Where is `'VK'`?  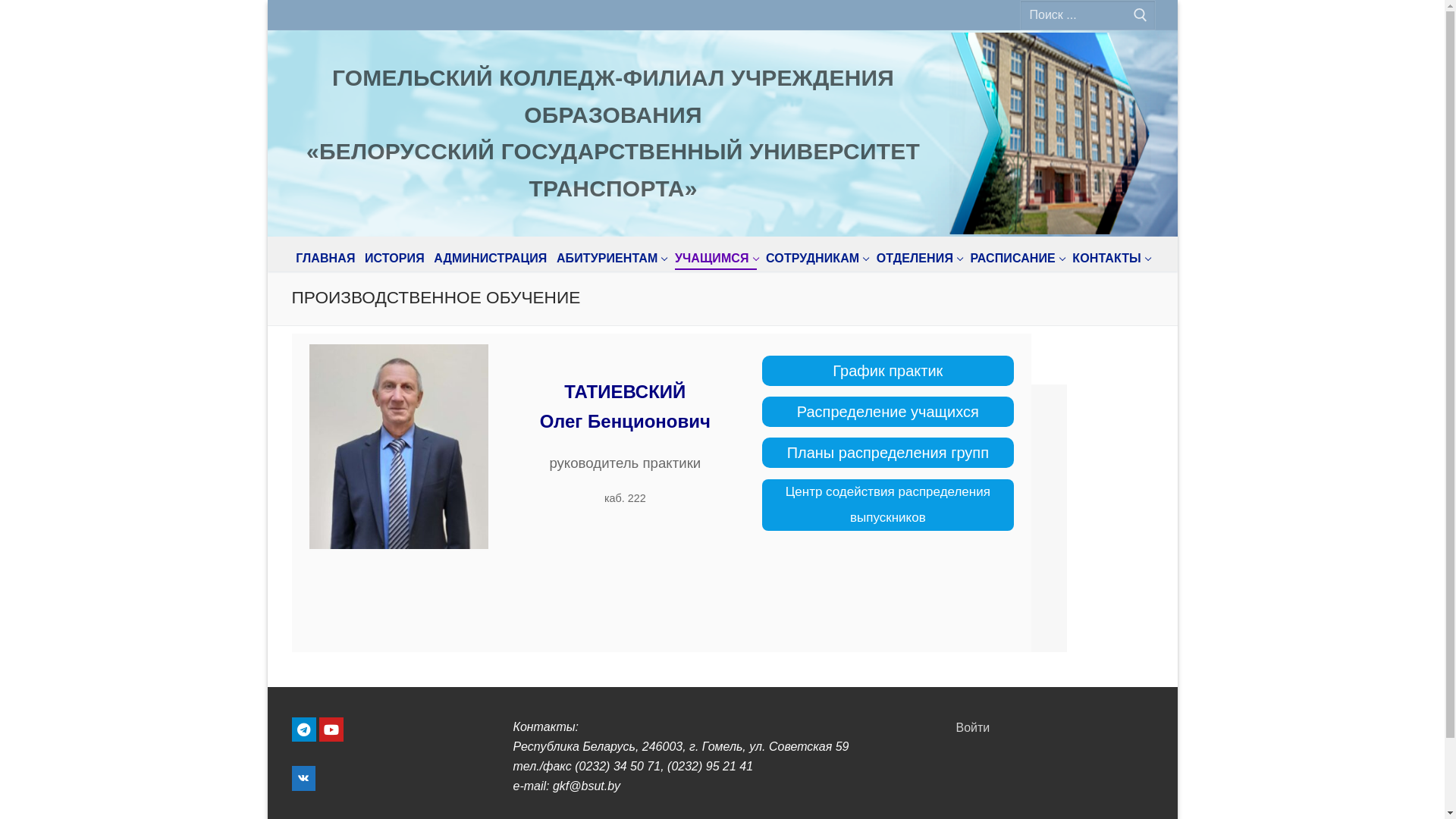
'VK' is located at coordinates (303, 778).